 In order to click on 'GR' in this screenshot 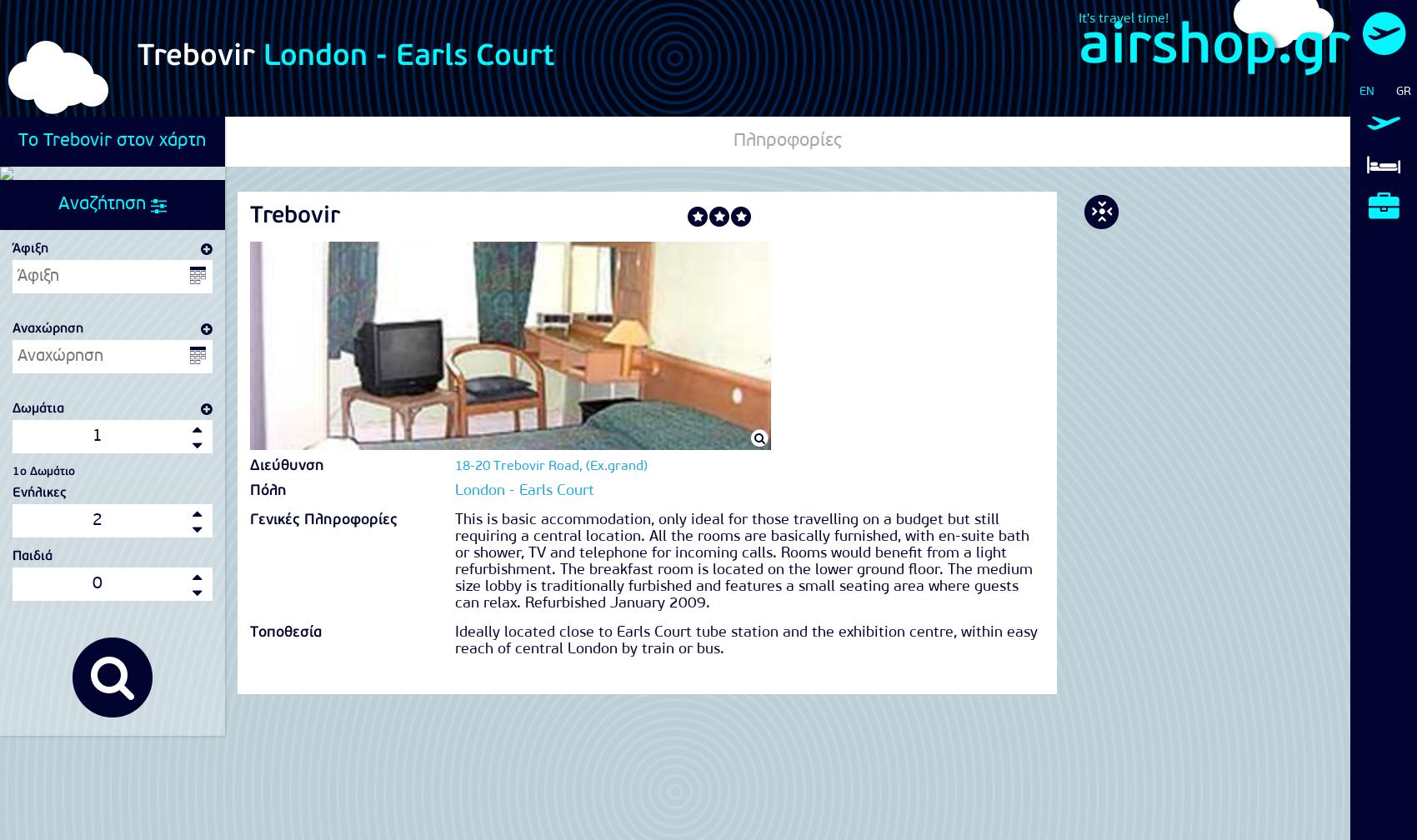, I will do `click(1395, 92)`.